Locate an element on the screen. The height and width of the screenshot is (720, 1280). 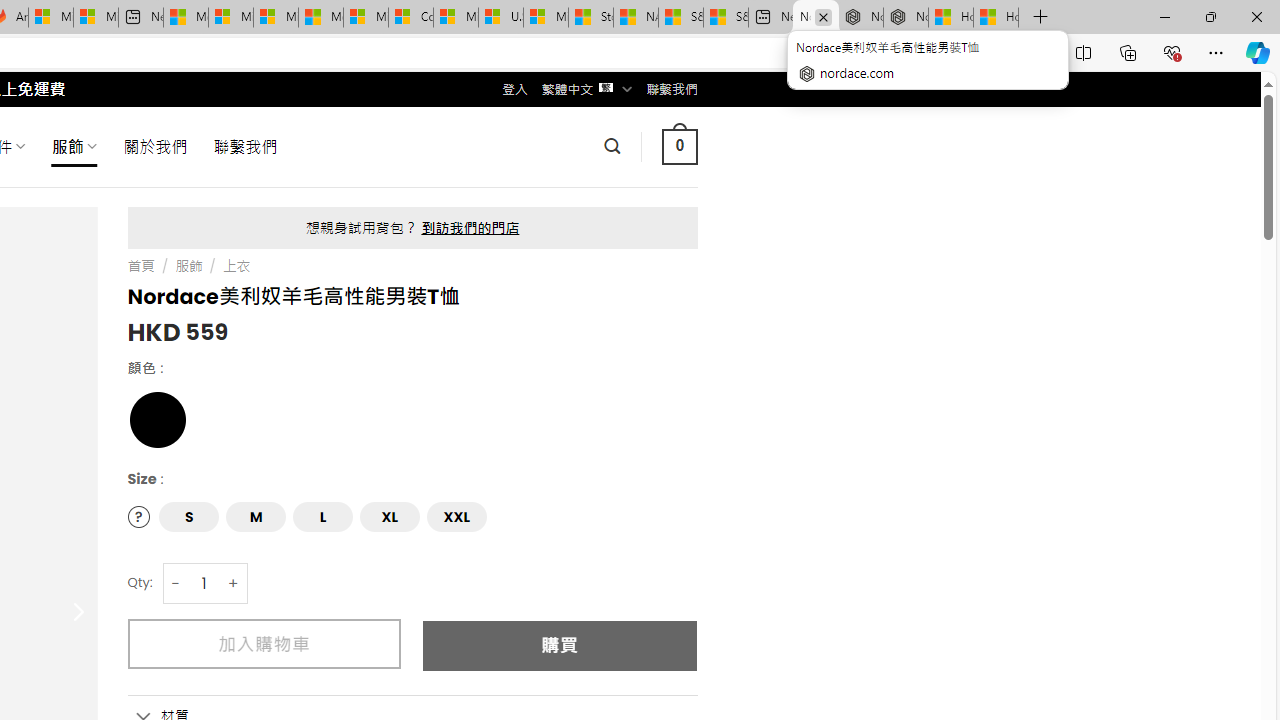
'Restore' is located at coordinates (1209, 16).